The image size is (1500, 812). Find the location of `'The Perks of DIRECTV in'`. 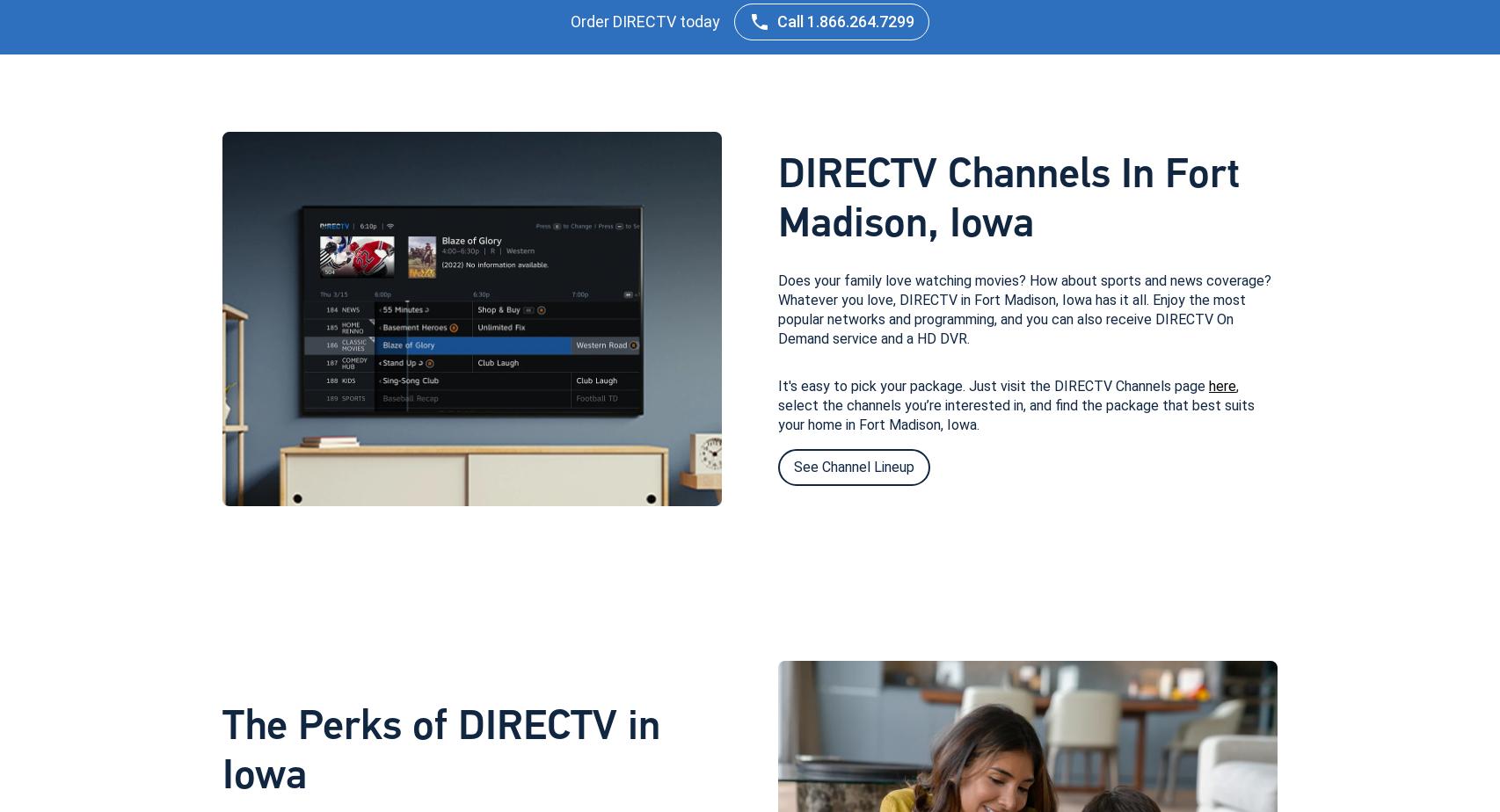

'The Perks of DIRECTV in' is located at coordinates (441, 727).